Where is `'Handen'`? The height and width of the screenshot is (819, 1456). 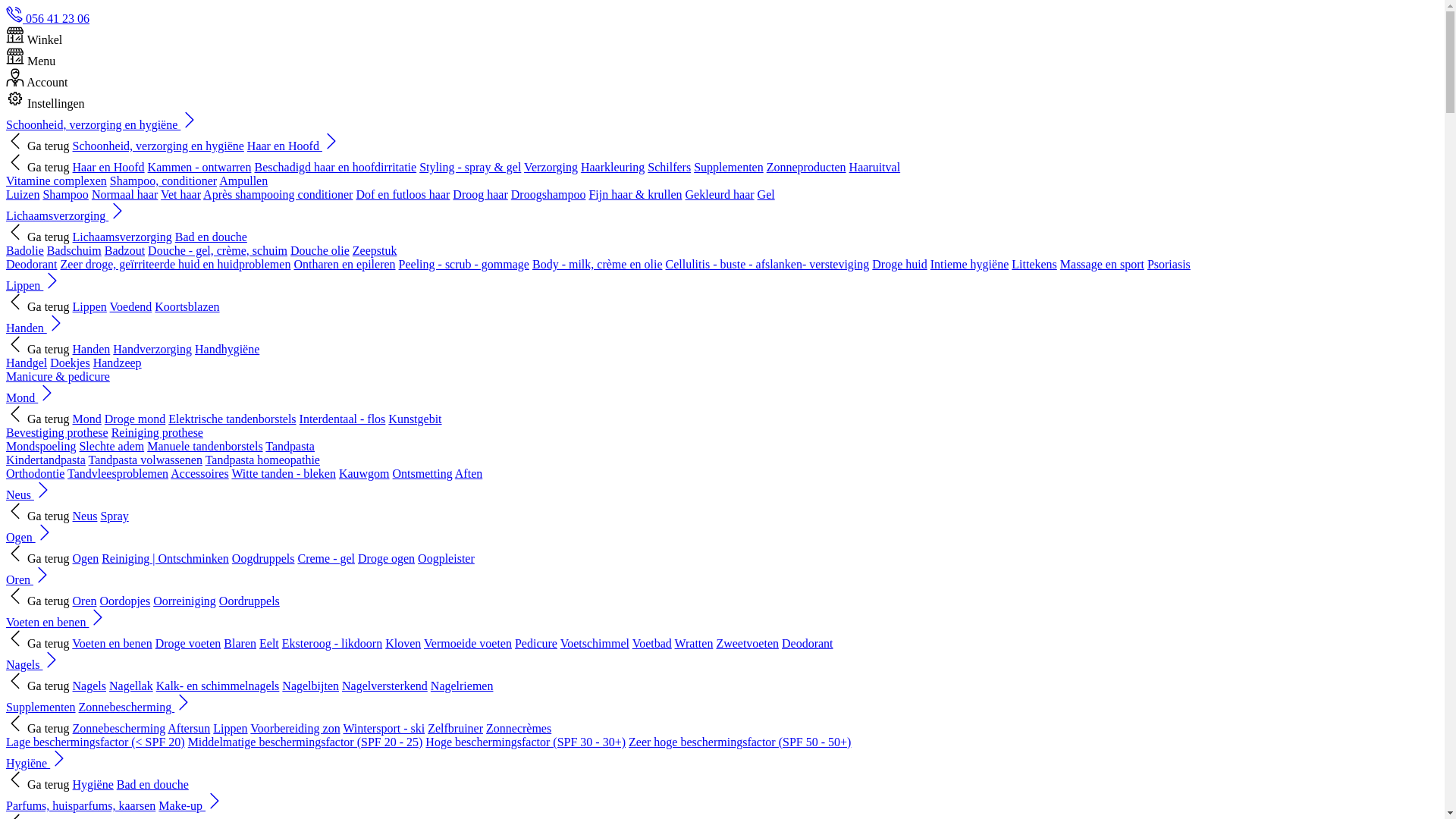 'Handen' is located at coordinates (6, 327).